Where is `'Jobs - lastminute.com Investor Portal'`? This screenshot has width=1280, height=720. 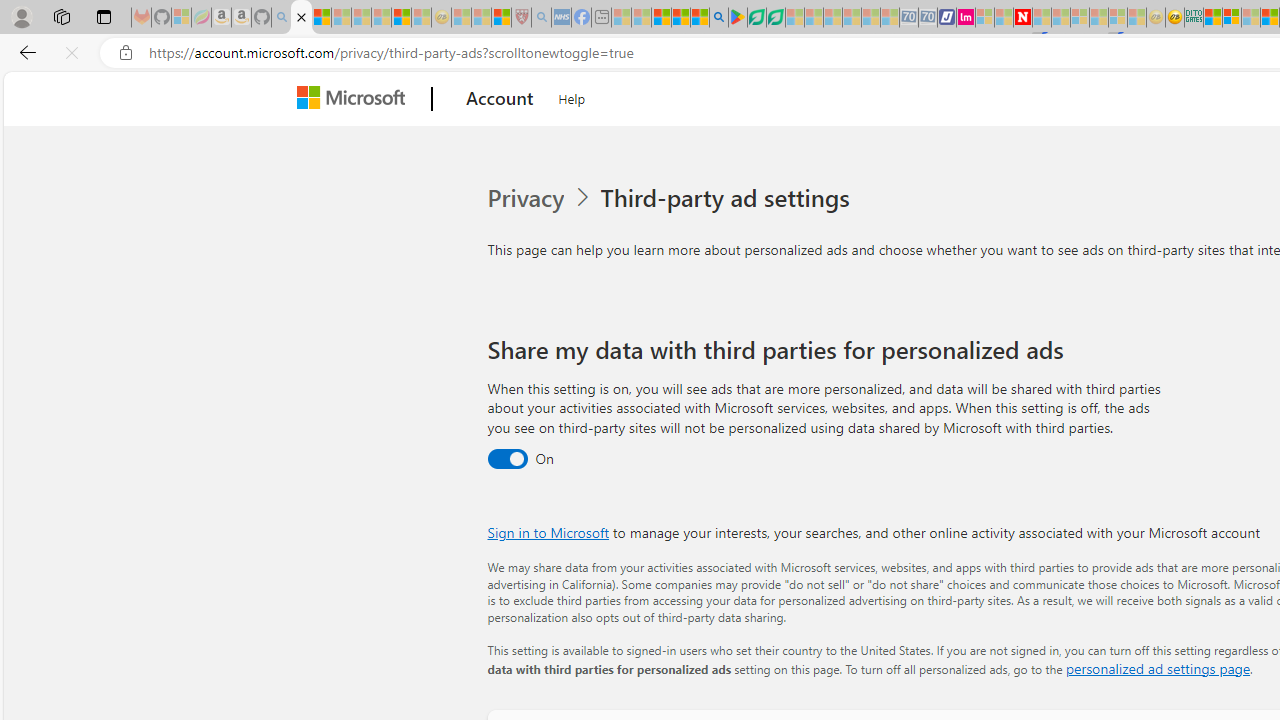
'Jobs - lastminute.com Investor Portal' is located at coordinates (966, 17).